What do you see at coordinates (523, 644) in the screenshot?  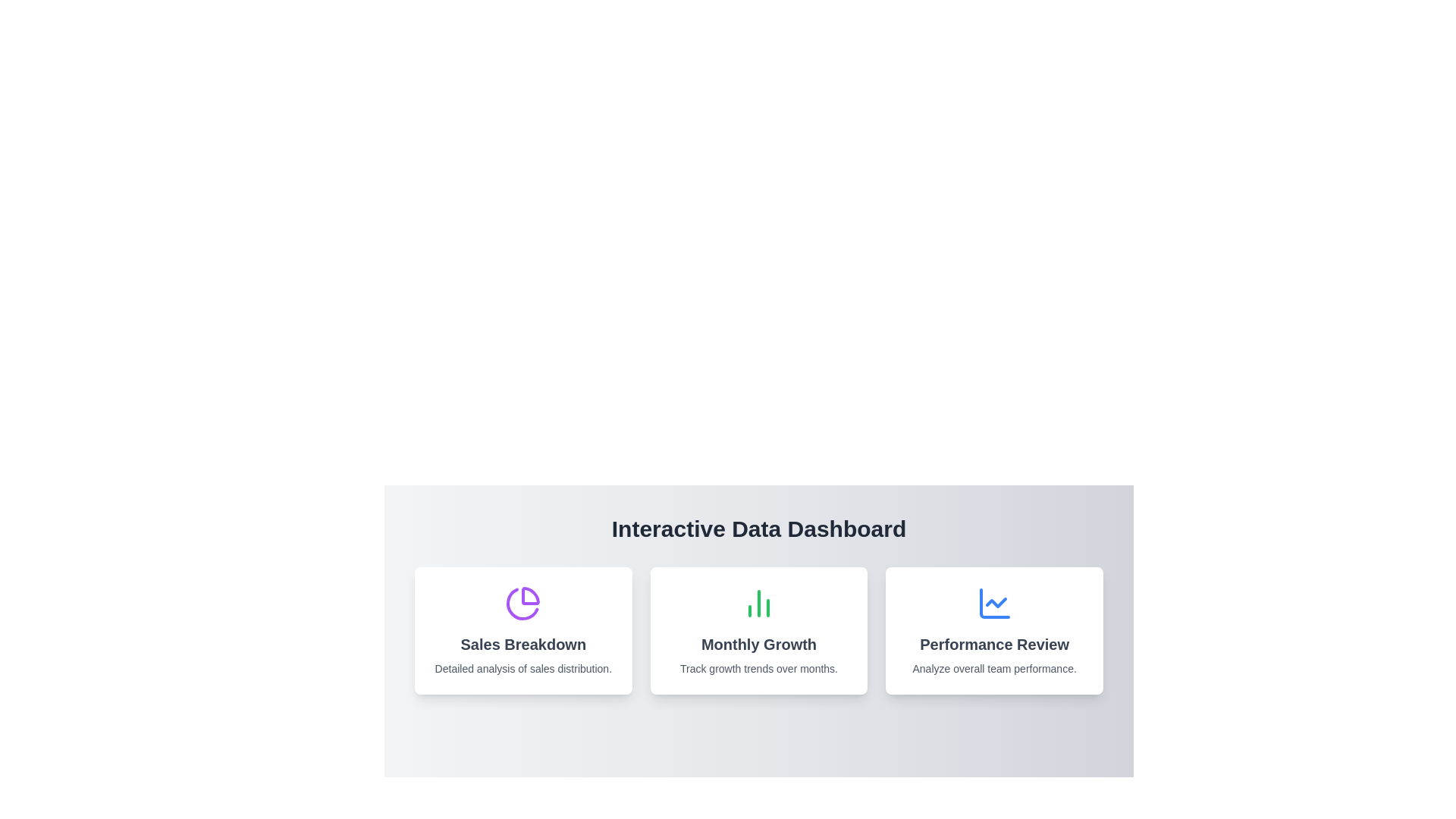 I see `text of the heading label that serves as a title for the first card in the horizontal row of three cards, positioned below the pie chart icon` at bounding box center [523, 644].